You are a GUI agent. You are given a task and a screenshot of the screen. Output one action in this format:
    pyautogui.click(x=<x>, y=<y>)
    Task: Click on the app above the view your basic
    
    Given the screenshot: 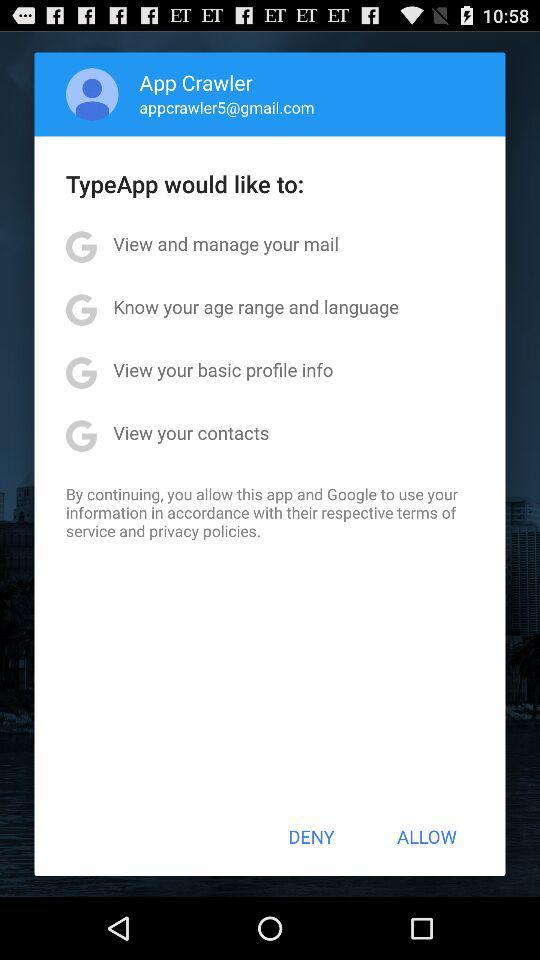 What is the action you would take?
    pyautogui.click(x=256, y=306)
    